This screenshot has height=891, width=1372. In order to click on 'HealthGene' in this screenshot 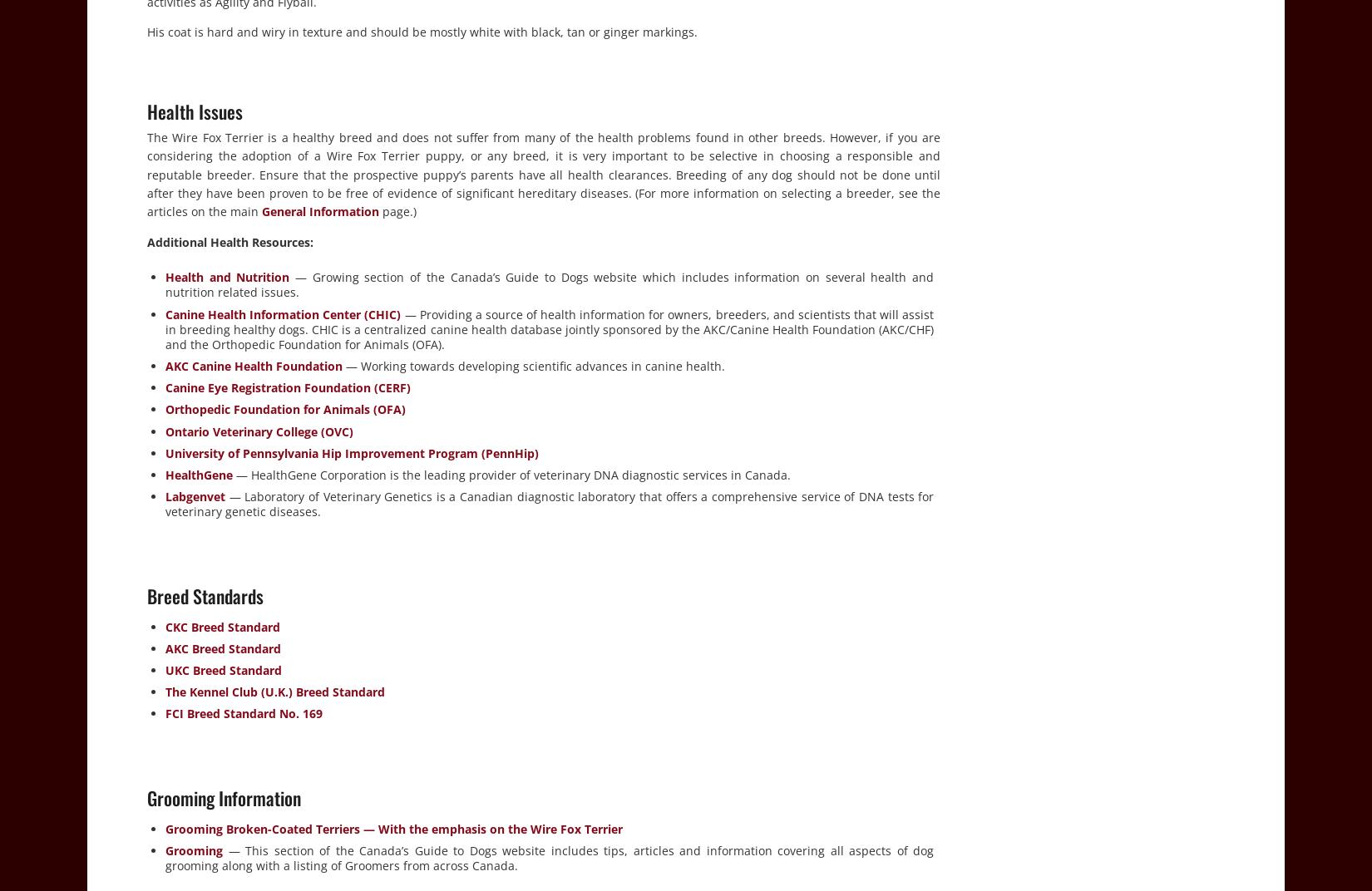, I will do `click(199, 474)`.